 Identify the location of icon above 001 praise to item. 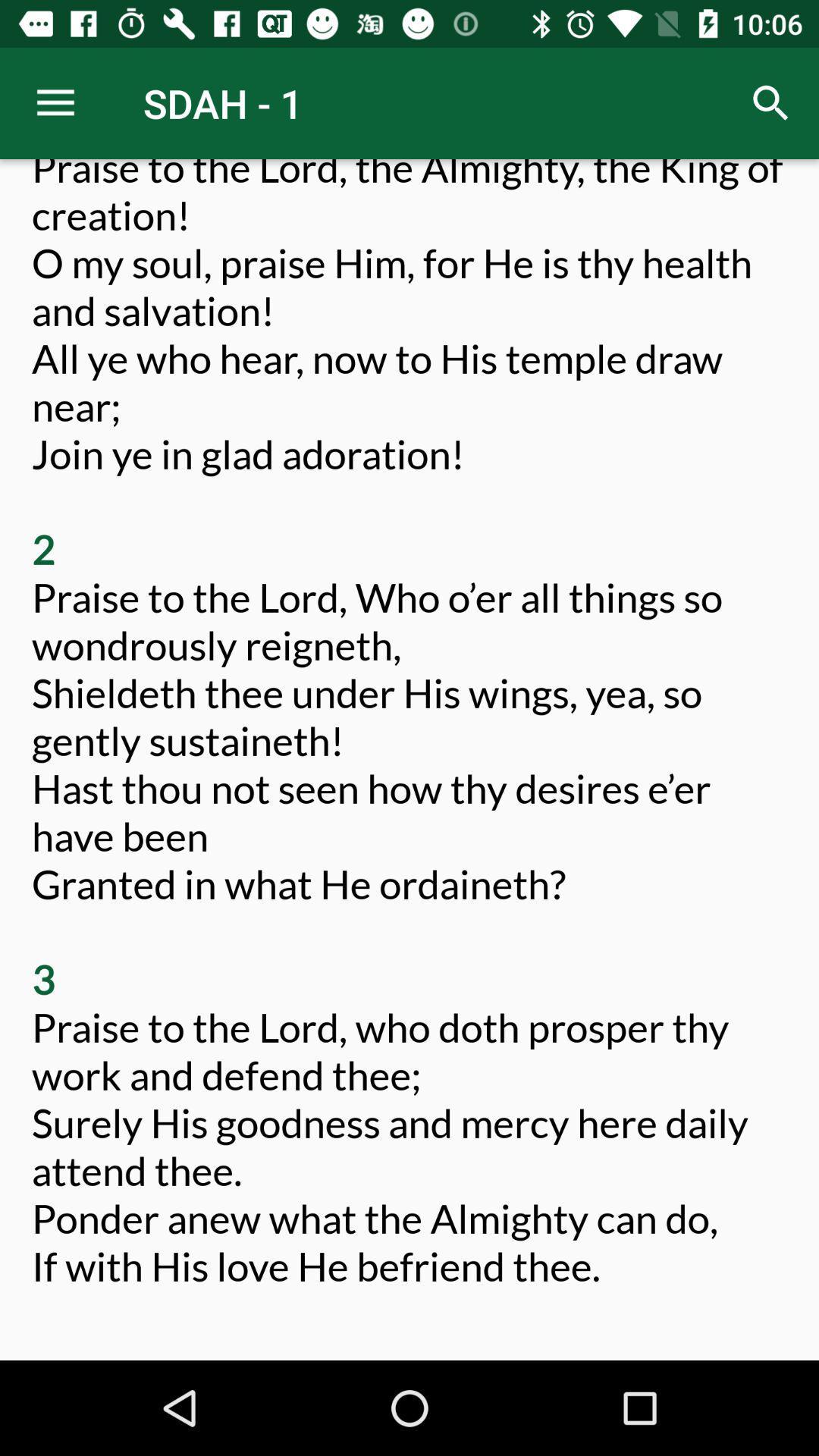
(771, 102).